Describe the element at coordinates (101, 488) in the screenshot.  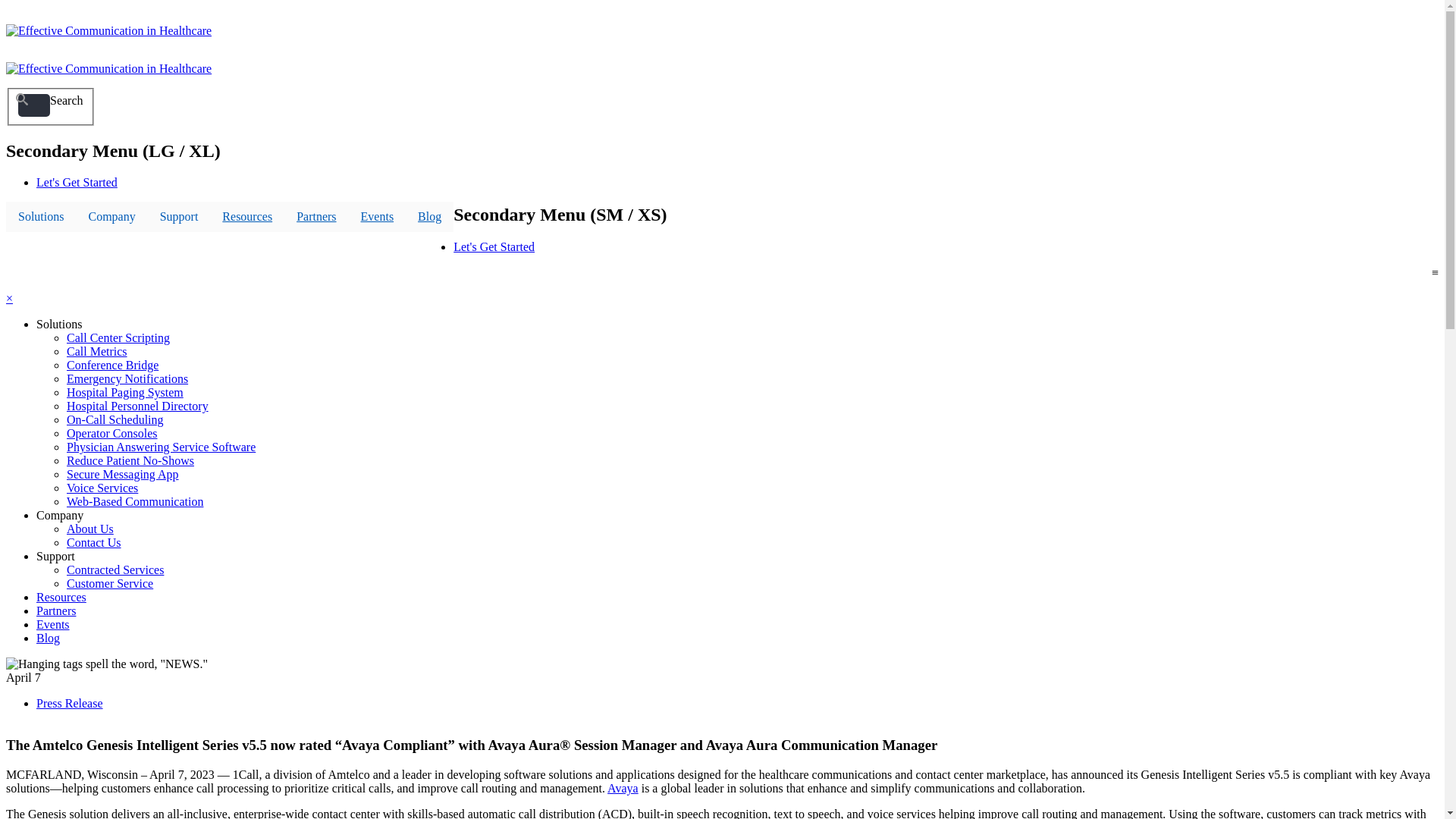
I see `'Voice Services'` at that location.